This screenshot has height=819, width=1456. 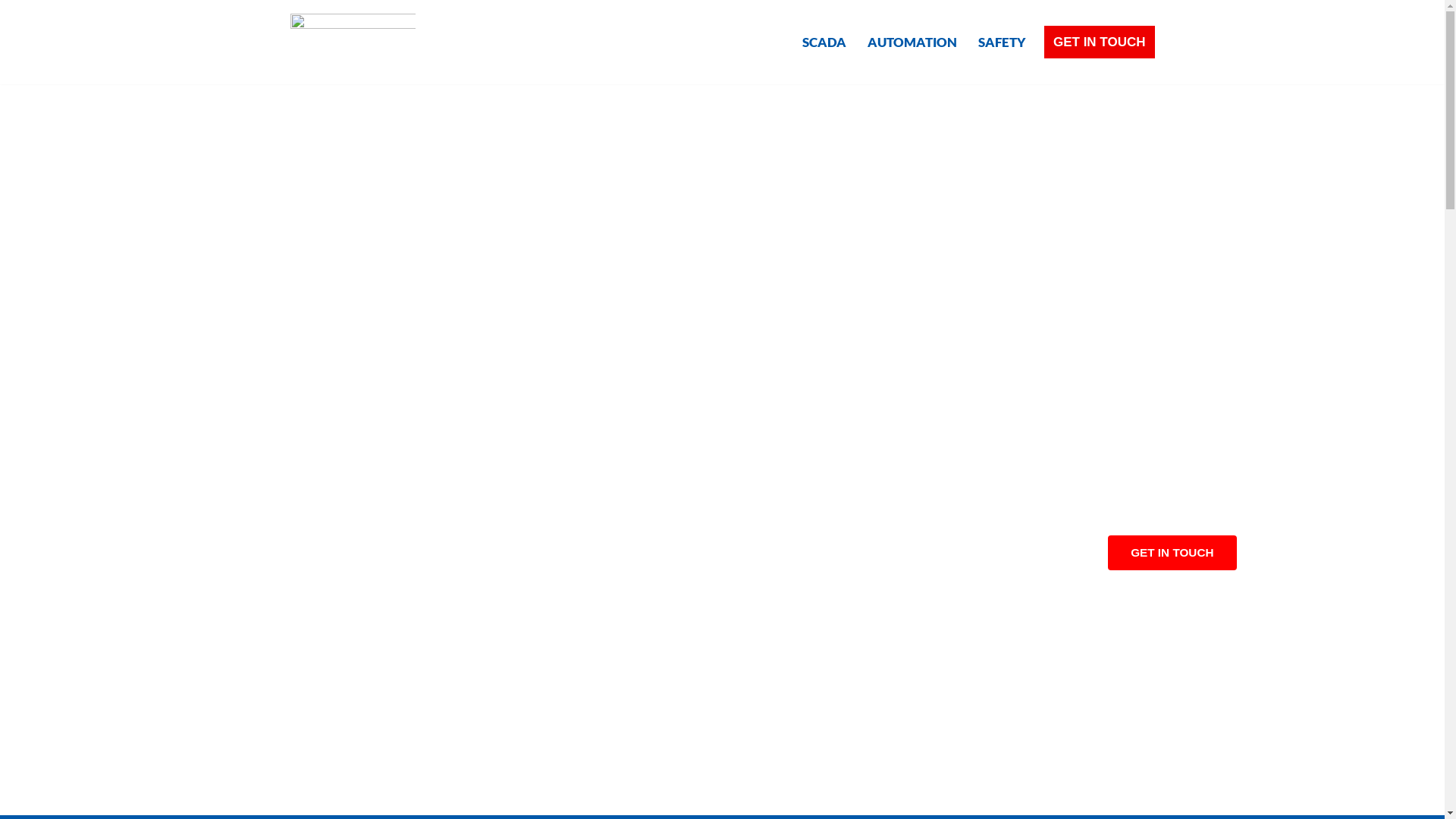 What do you see at coordinates (11, 32) in the screenshot?
I see `'Skip to content'` at bounding box center [11, 32].